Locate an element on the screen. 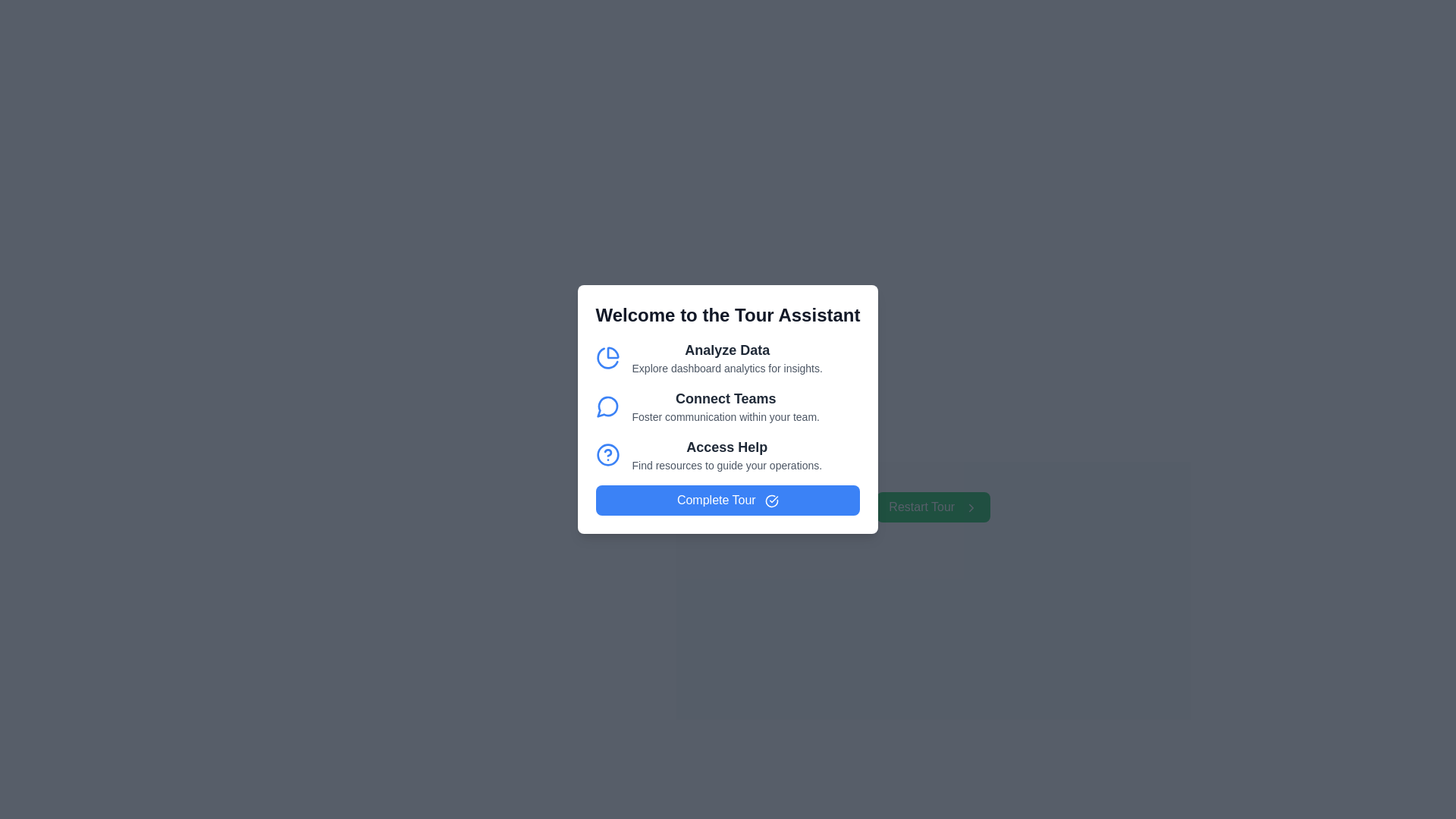  the 'Connect Teams' informational text section which includes a heading and a description, located below the 'Analyze Data' section and above the 'Access Help' section is located at coordinates (728, 409).